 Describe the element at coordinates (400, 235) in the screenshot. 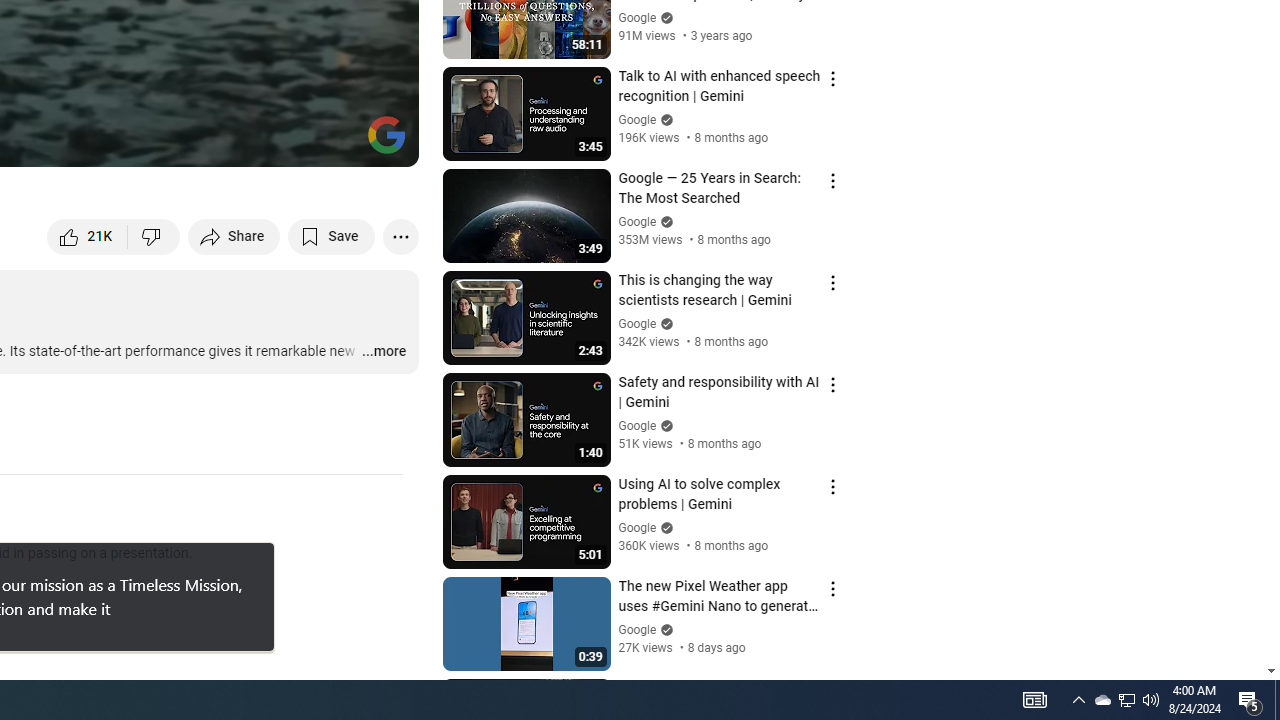

I see `'More actions'` at that location.